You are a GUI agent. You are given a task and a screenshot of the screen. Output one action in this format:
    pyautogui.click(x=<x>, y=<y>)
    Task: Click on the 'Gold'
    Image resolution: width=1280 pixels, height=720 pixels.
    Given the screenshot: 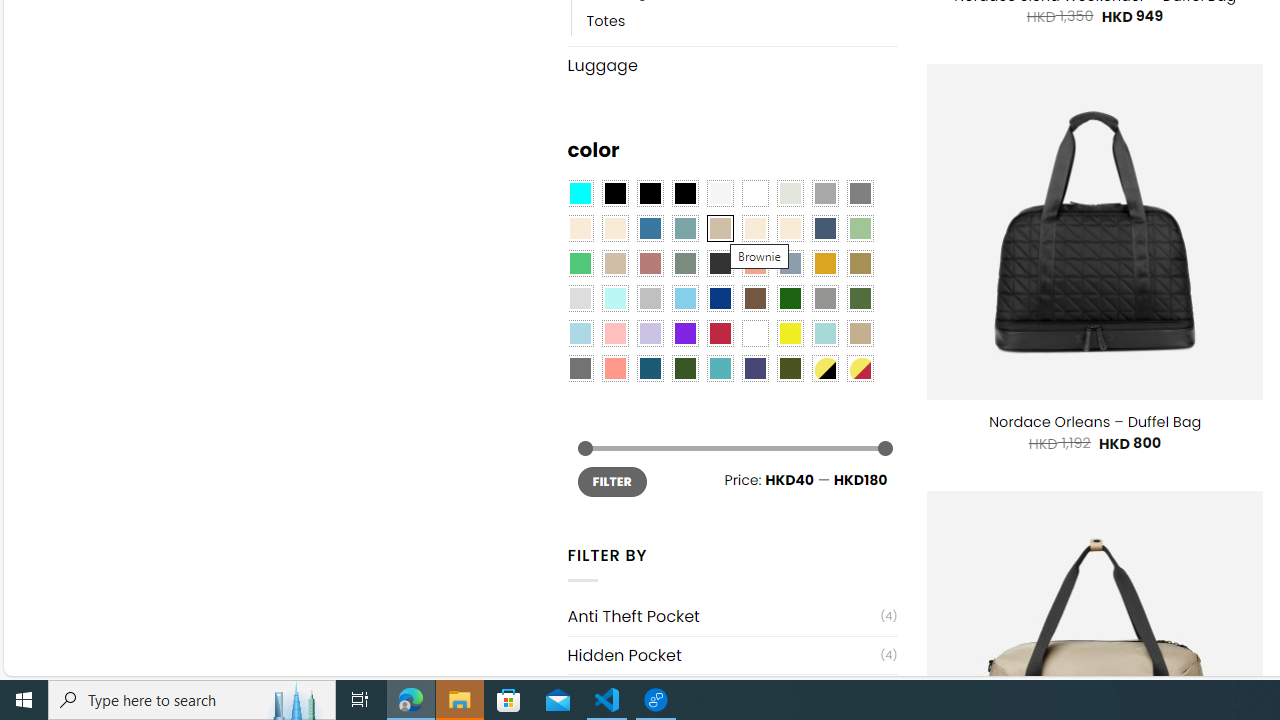 What is the action you would take?
    pyautogui.click(x=824, y=263)
    